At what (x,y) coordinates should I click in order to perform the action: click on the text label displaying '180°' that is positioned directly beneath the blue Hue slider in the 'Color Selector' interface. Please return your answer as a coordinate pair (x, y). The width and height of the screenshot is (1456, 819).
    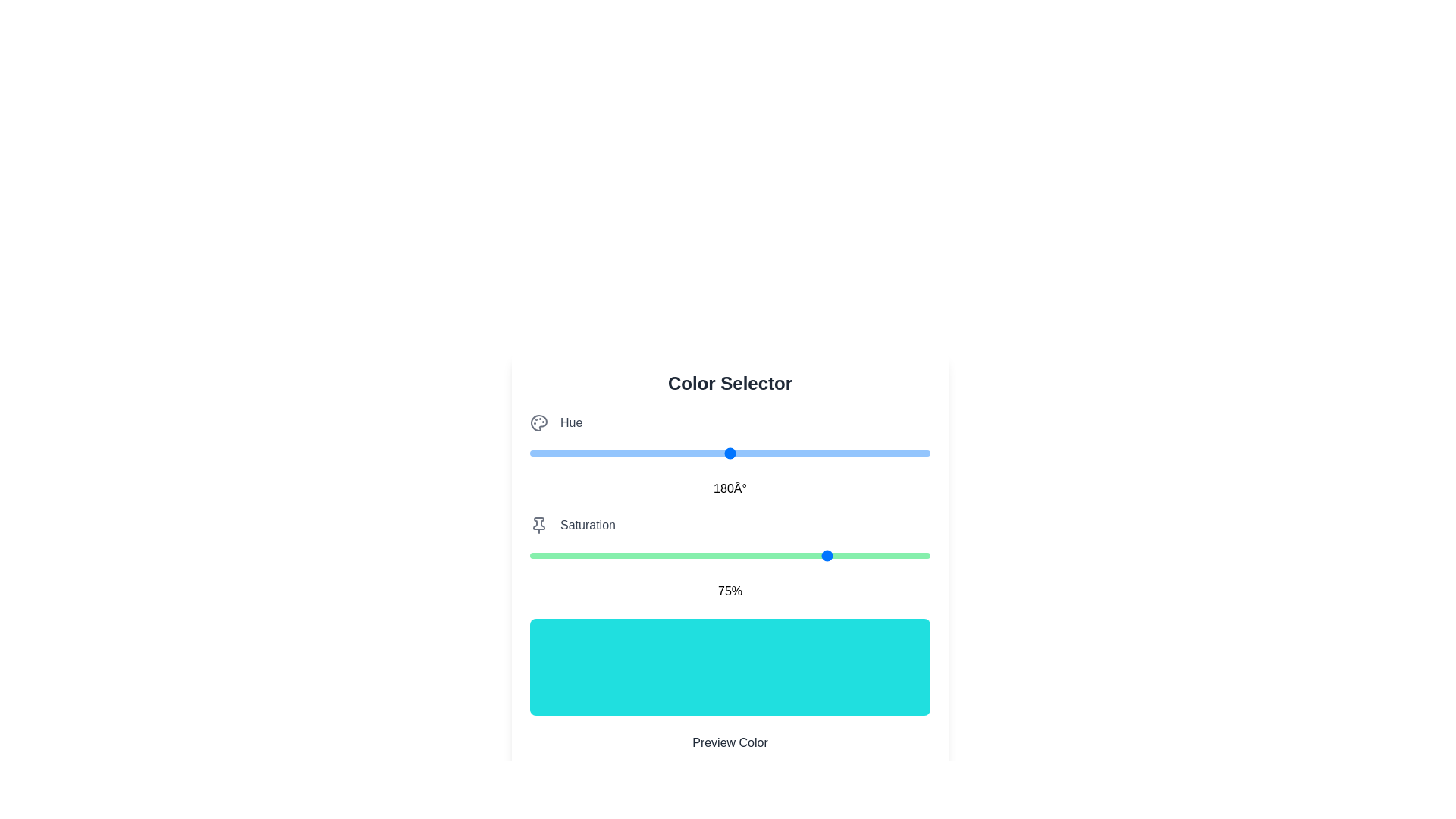
    Looking at the image, I should click on (730, 488).